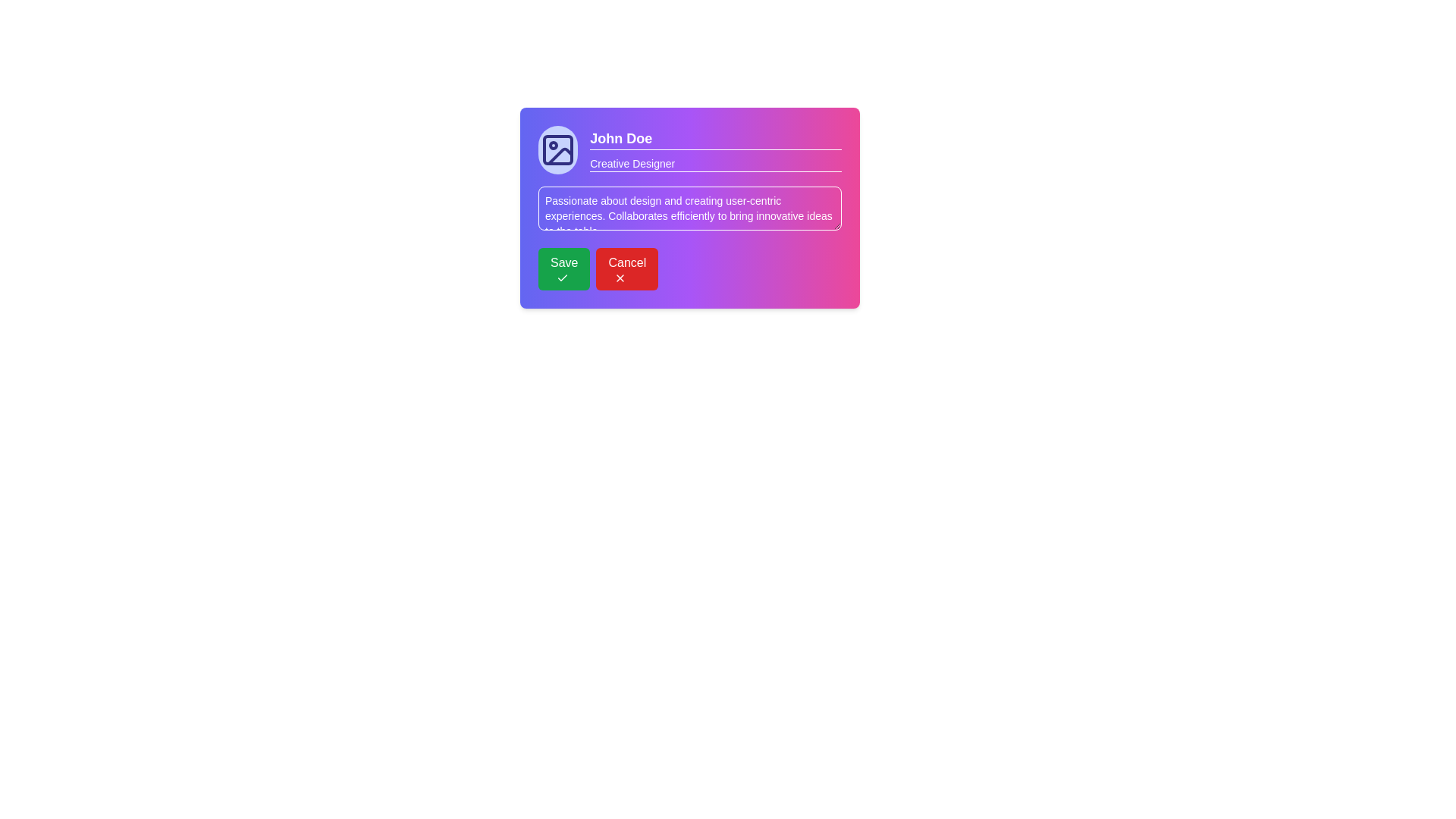 The width and height of the screenshot is (1456, 819). What do you see at coordinates (689, 208) in the screenshot?
I see `inside the multi-line text input area that has a transparent background and rounded corners` at bounding box center [689, 208].